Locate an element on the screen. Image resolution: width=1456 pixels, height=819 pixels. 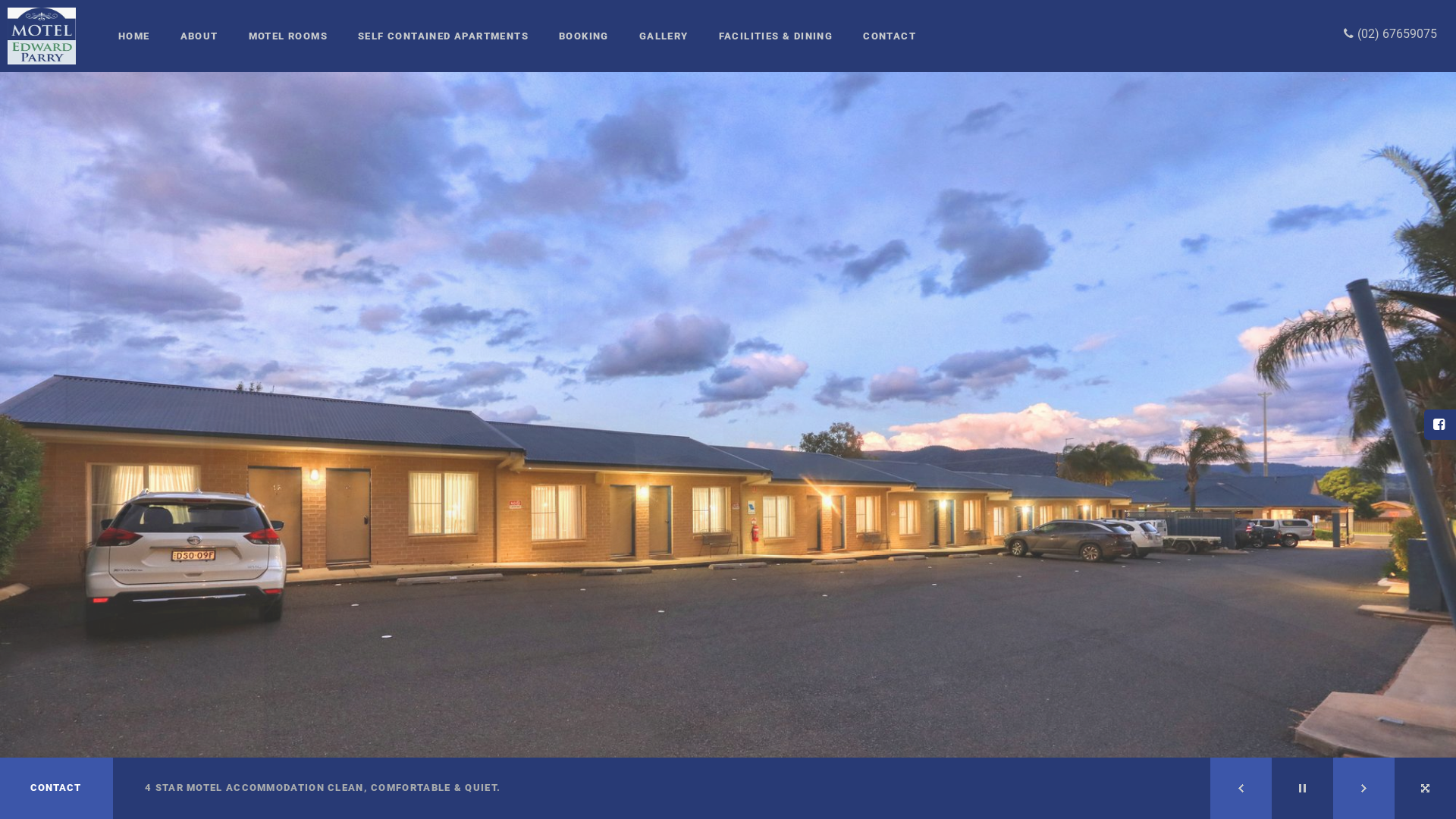
'ABOUT' is located at coordinates (199, 35).